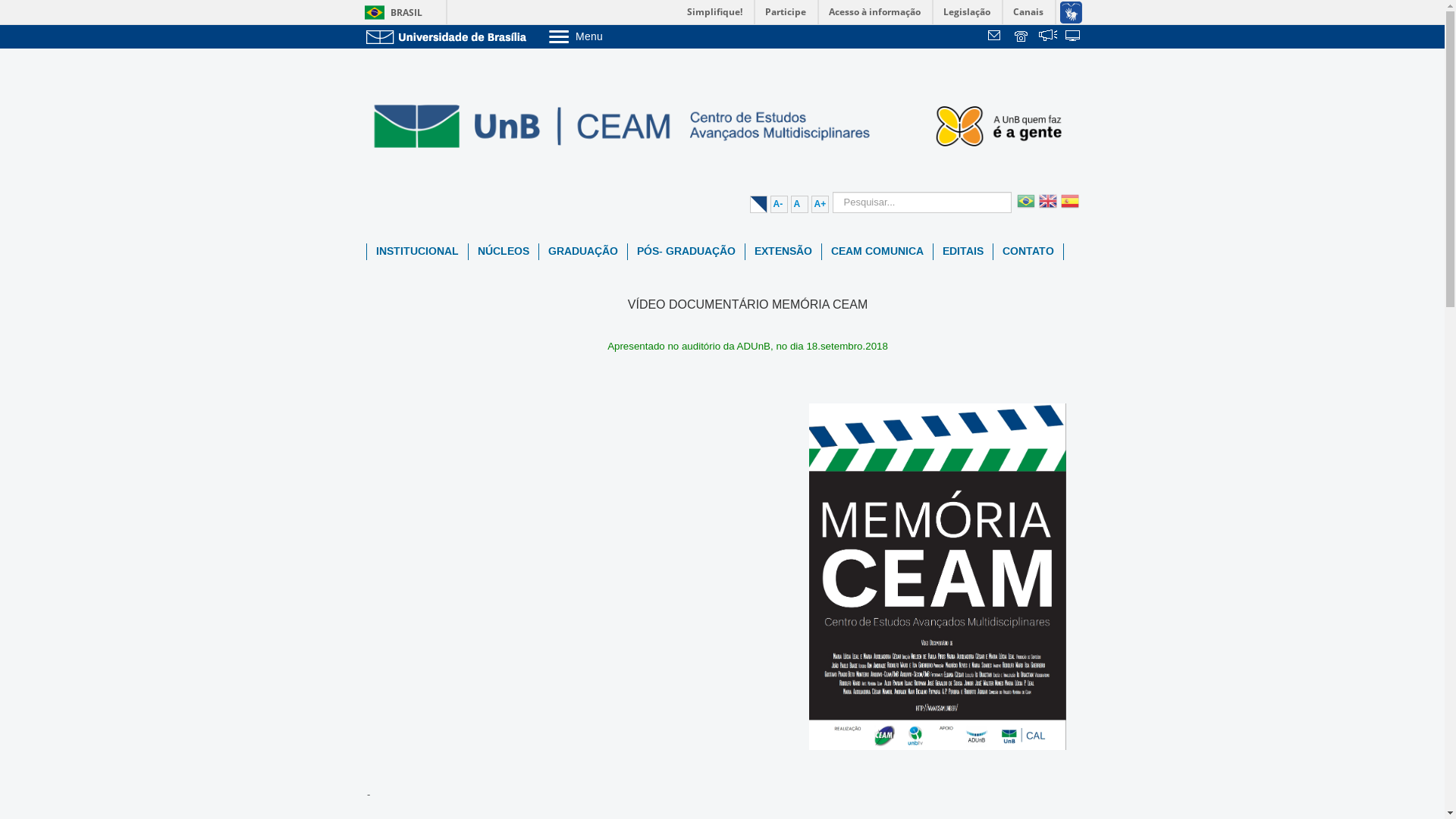 Image resolution: width=1456 pixels, height=819 pixels. I want to click on 'CONTATO', so click(1028, 250).